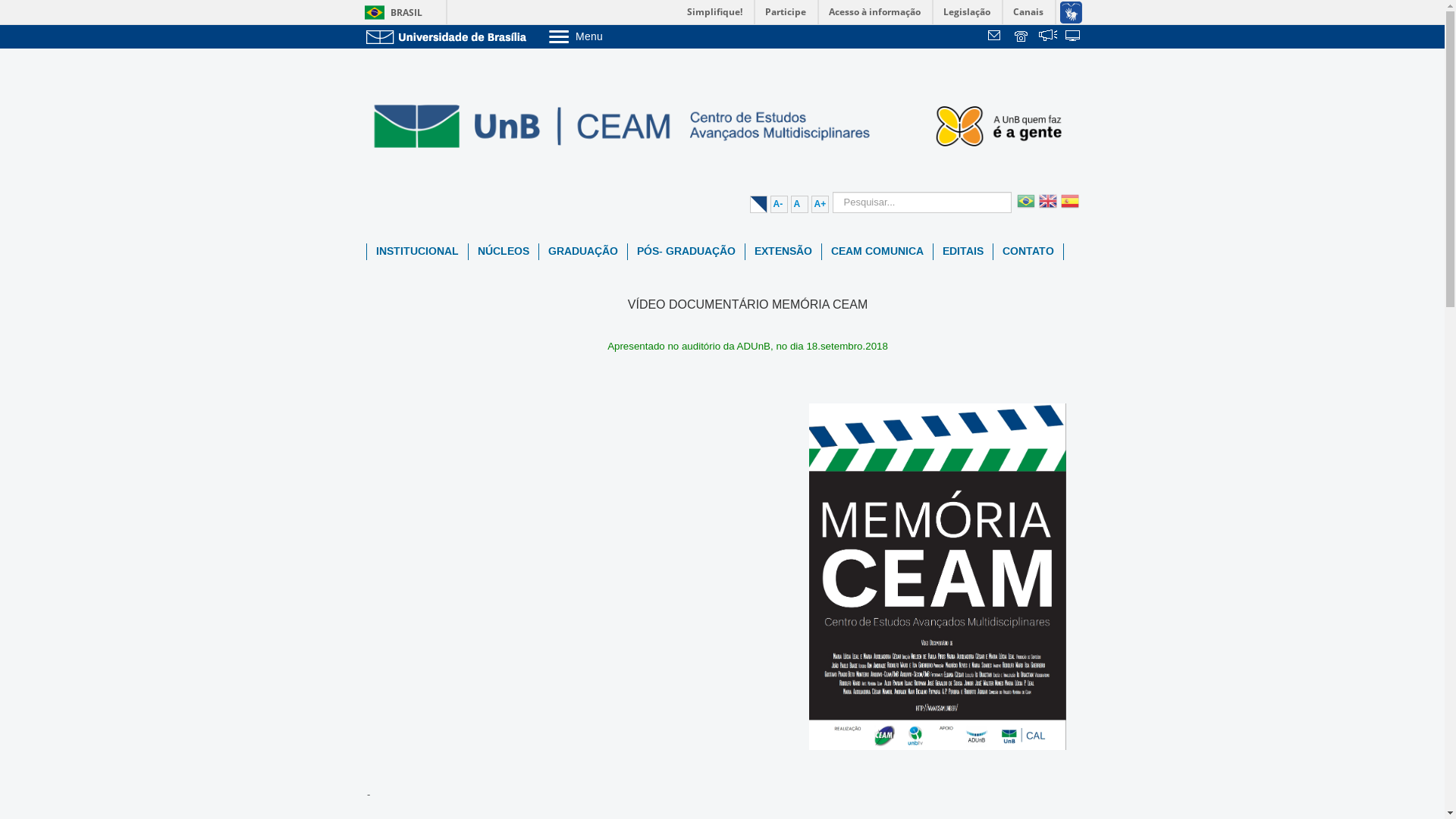 Image resolution: width=1456 pixels, height=819 pixels. I want to click on 'CONTATO', so click(1028, 250).